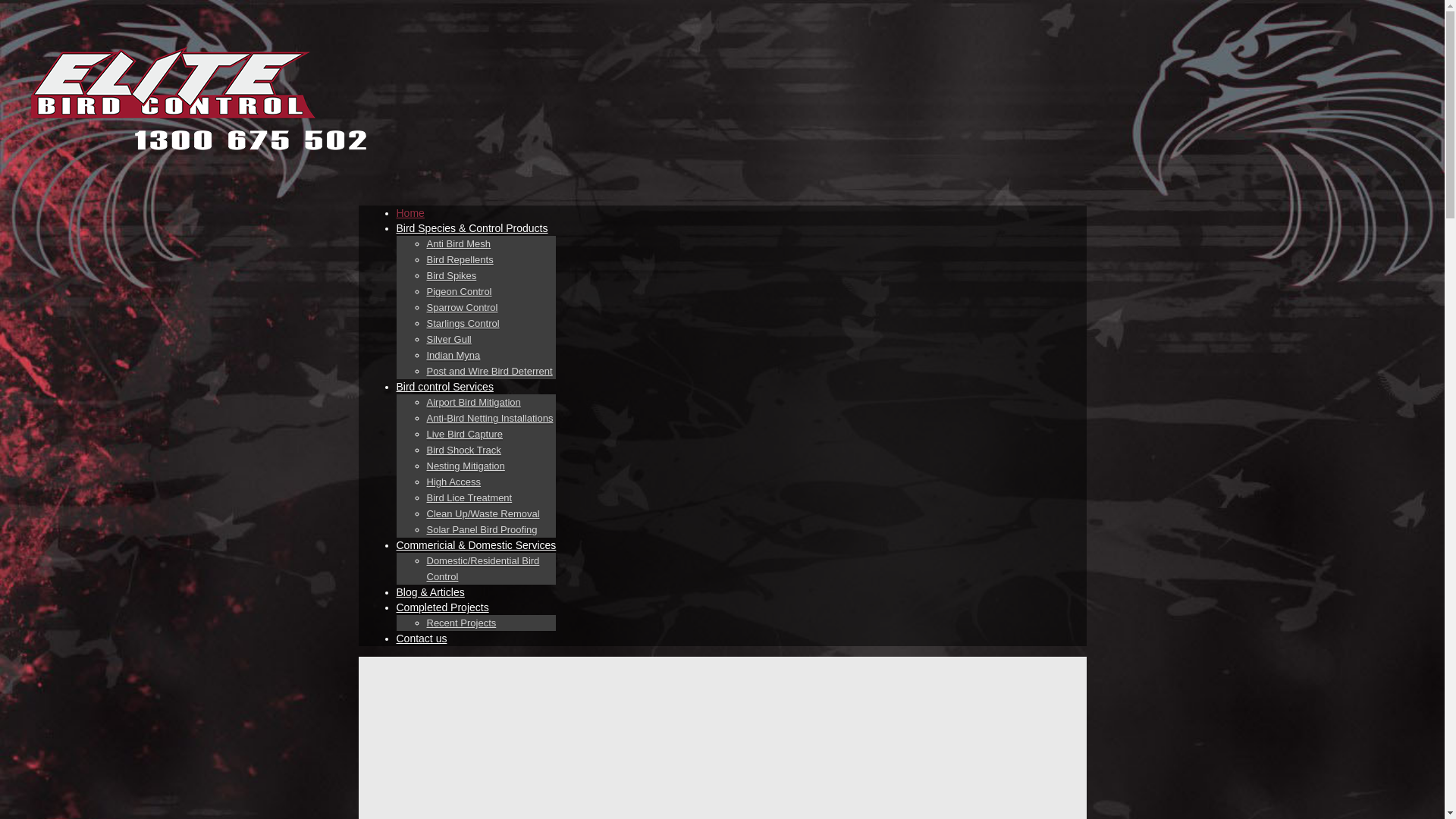  Describe the element at coordinates (482, 513) in the screenshot. I see `'Clean Up/Waste Removal'` at that location.